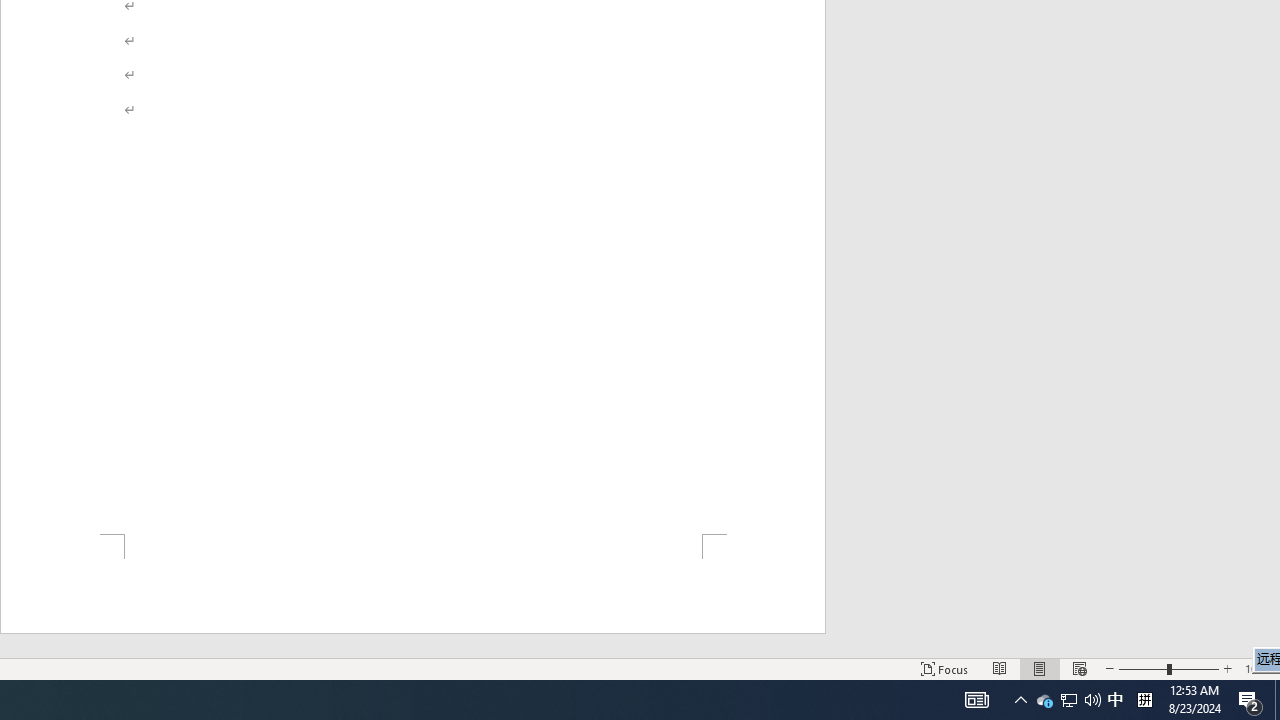  What do you see at coordinates (943, 669) in the screenshot?
I see `'Focus '` at bounding box center [943, 669].